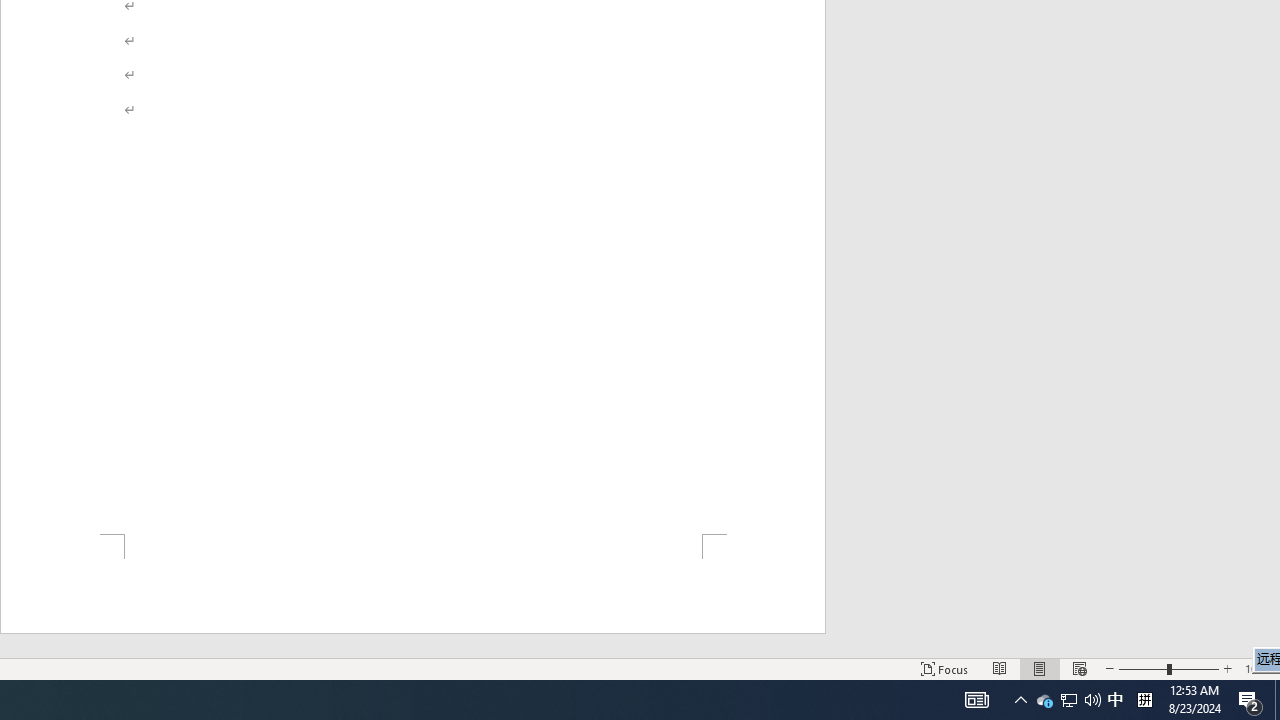  What do you see at coordinates (943, 669) in the screenshot?
I see `'Focus '` at bounding box center [943, 669].